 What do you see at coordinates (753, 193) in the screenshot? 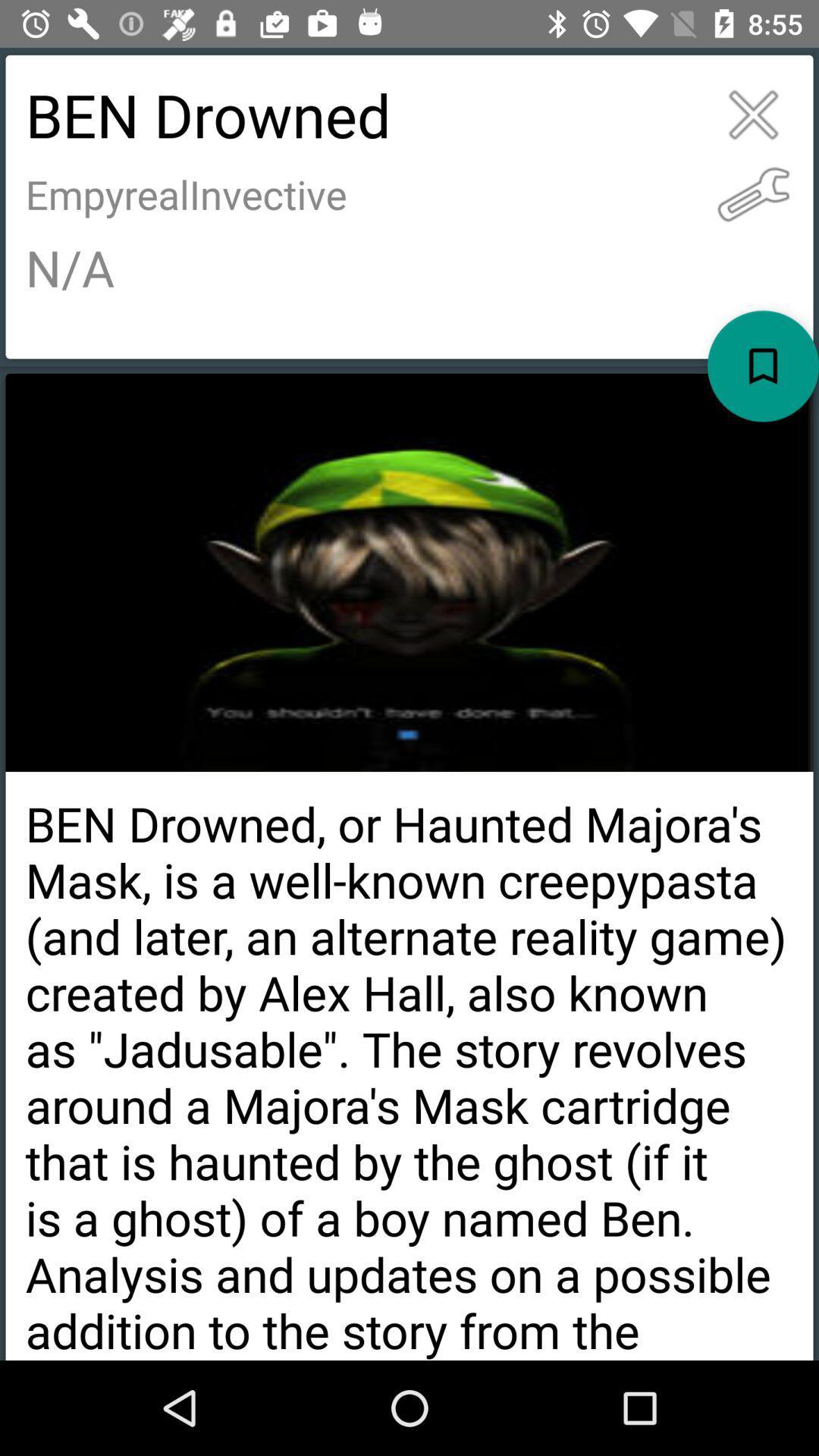
I see `icon to the right of the ben drowned icon` at bounding box center [753, 193].